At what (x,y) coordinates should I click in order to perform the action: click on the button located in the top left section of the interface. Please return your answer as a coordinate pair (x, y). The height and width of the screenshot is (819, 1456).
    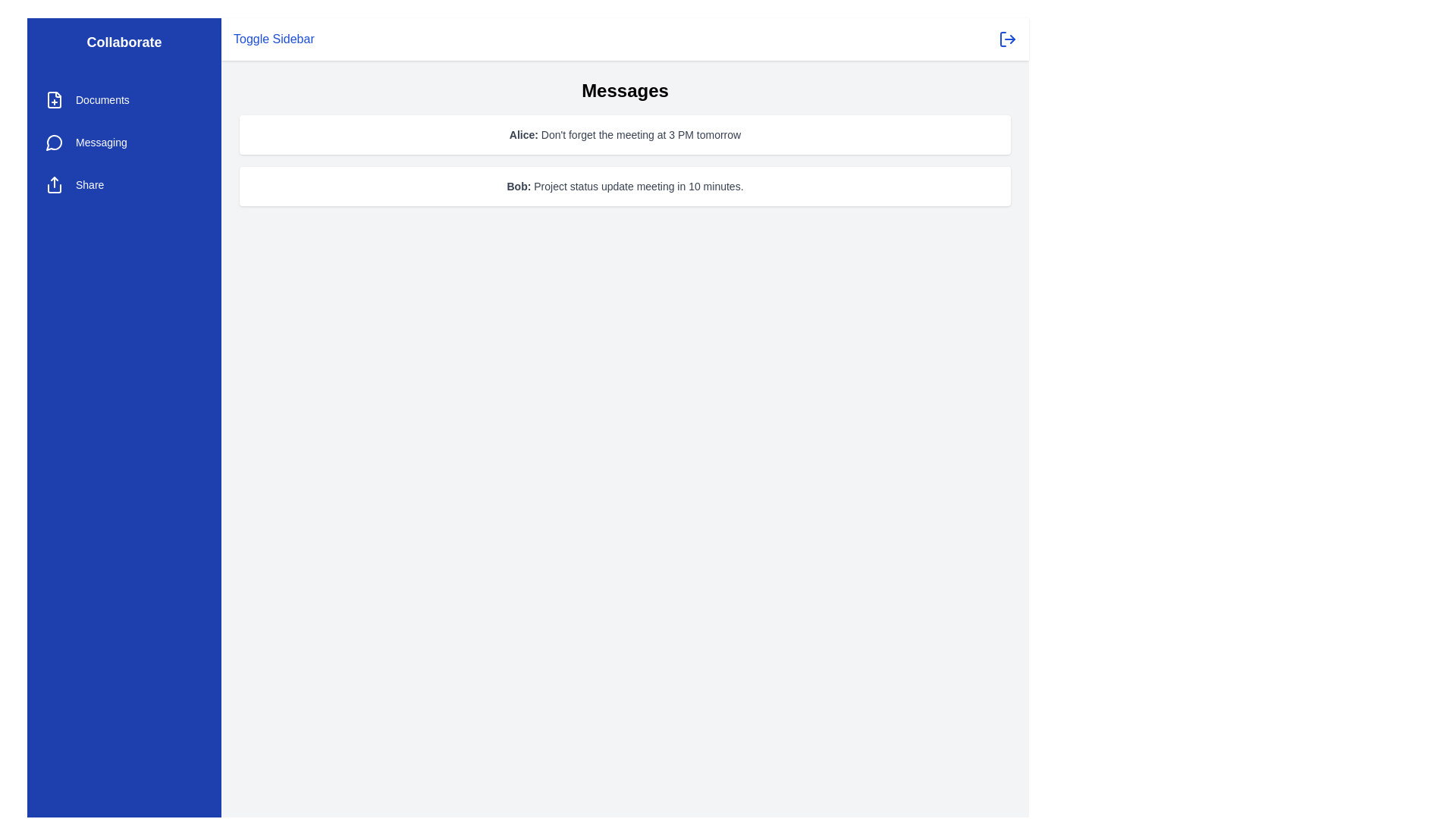
    Looking at the image, I should click on (274, 38).